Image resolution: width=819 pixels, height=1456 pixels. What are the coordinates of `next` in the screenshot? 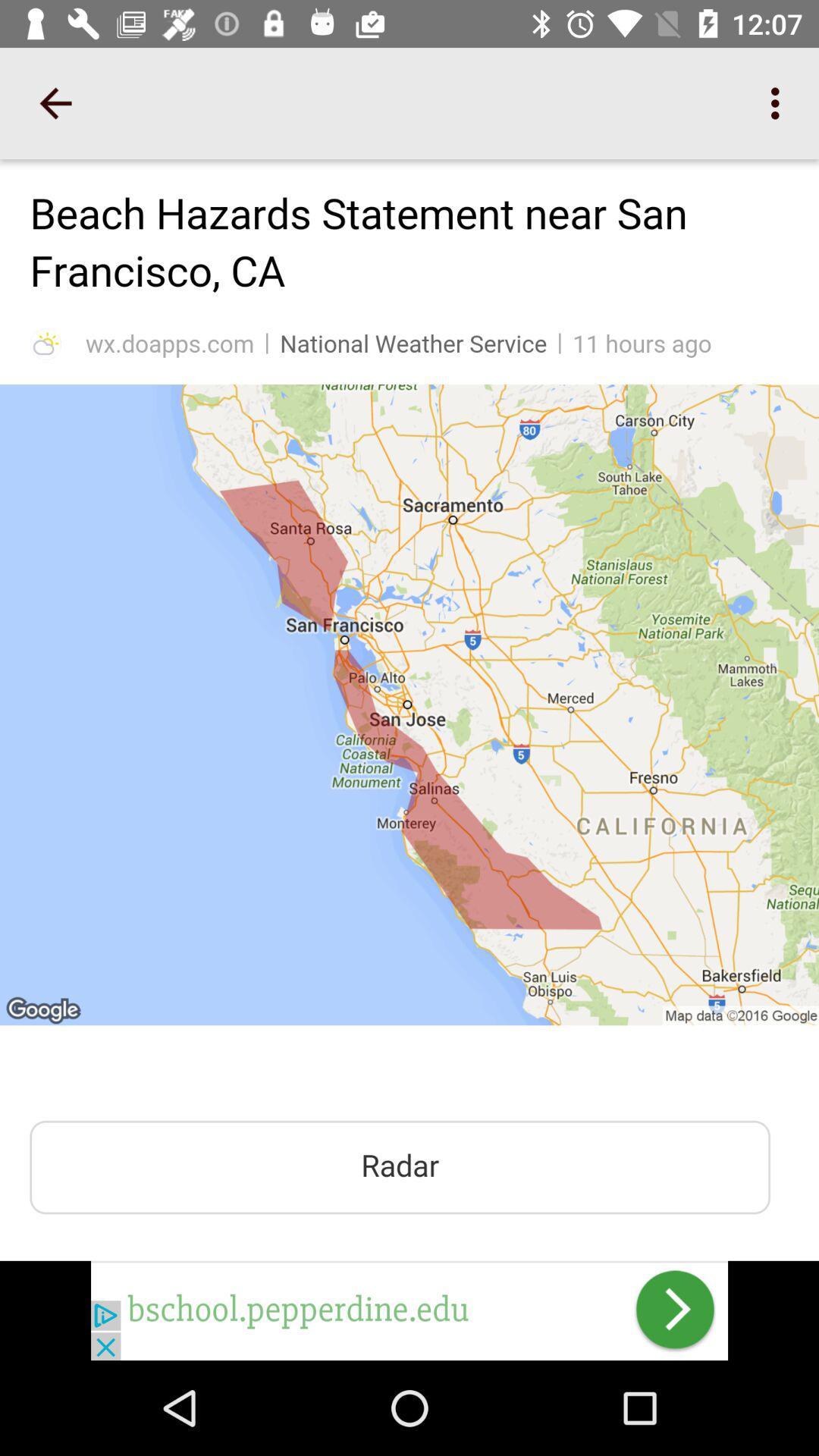 It's located at (409, 1310).